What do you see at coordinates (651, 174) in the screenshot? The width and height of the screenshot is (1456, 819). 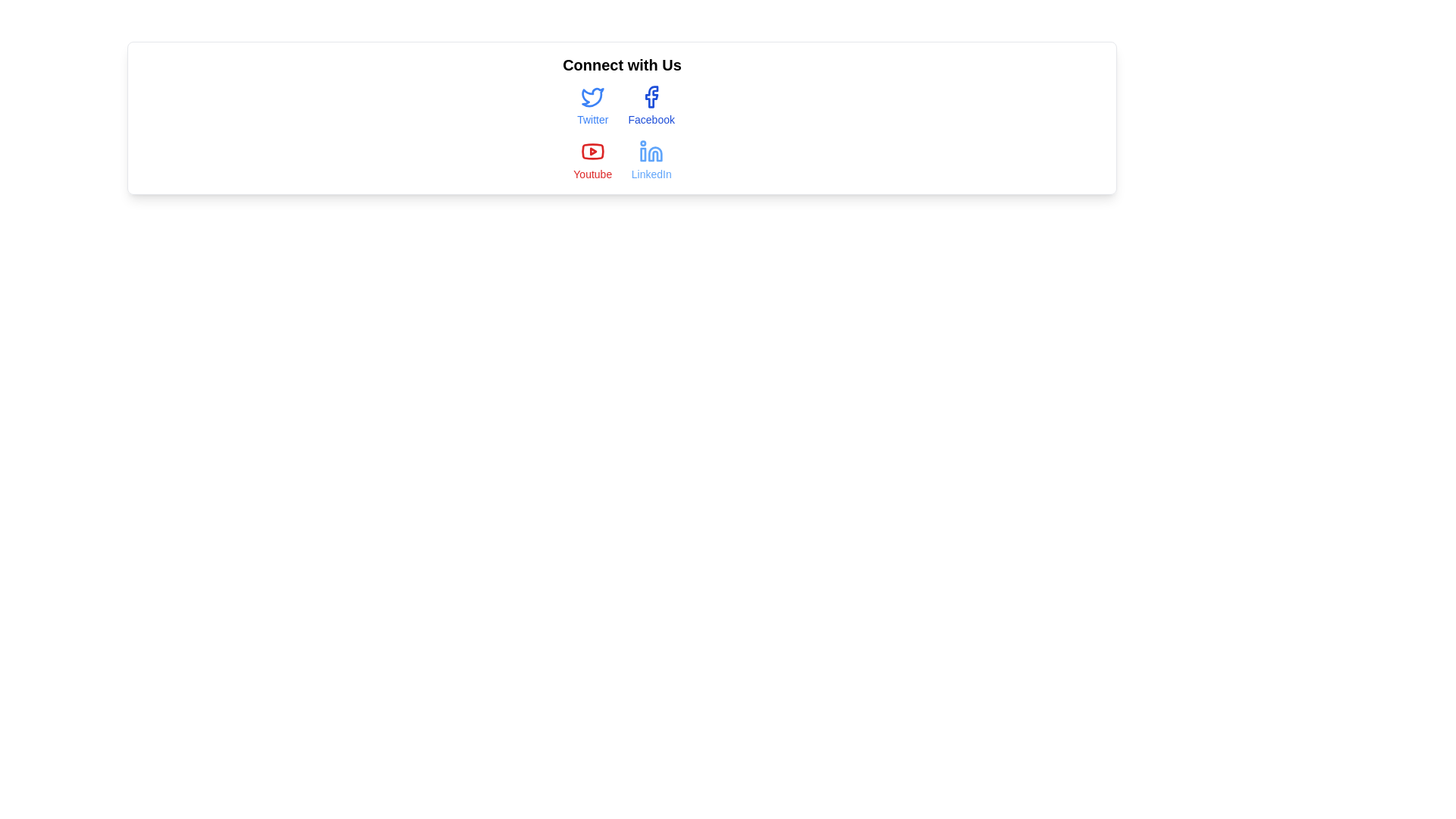 I see `text content of the label positioned below the LinkedIn icon within the social media links` at bounding box center [651, 174].